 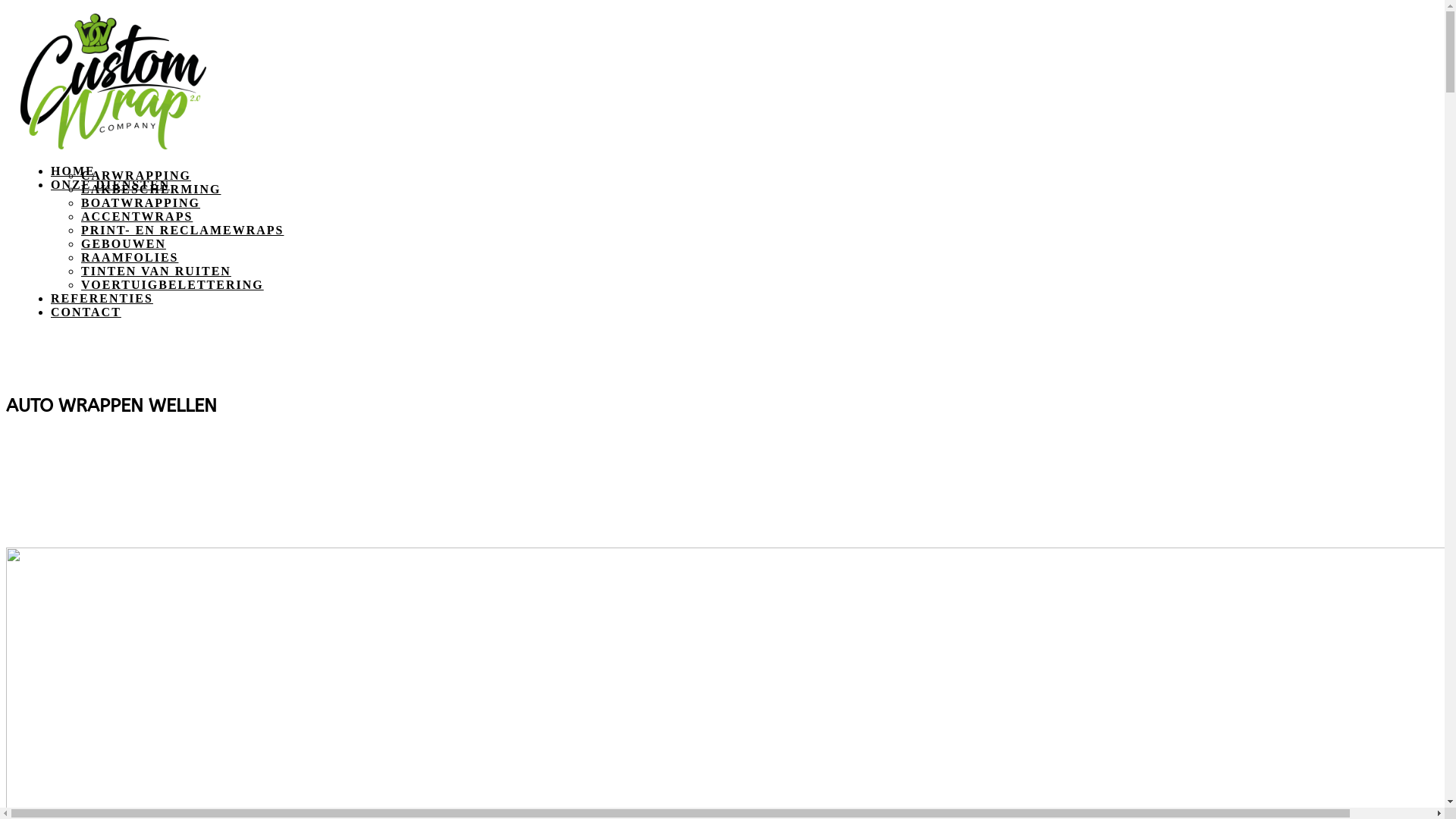 I want to click on 'ONZE DIENSTEN', so click(x=109, y=184).